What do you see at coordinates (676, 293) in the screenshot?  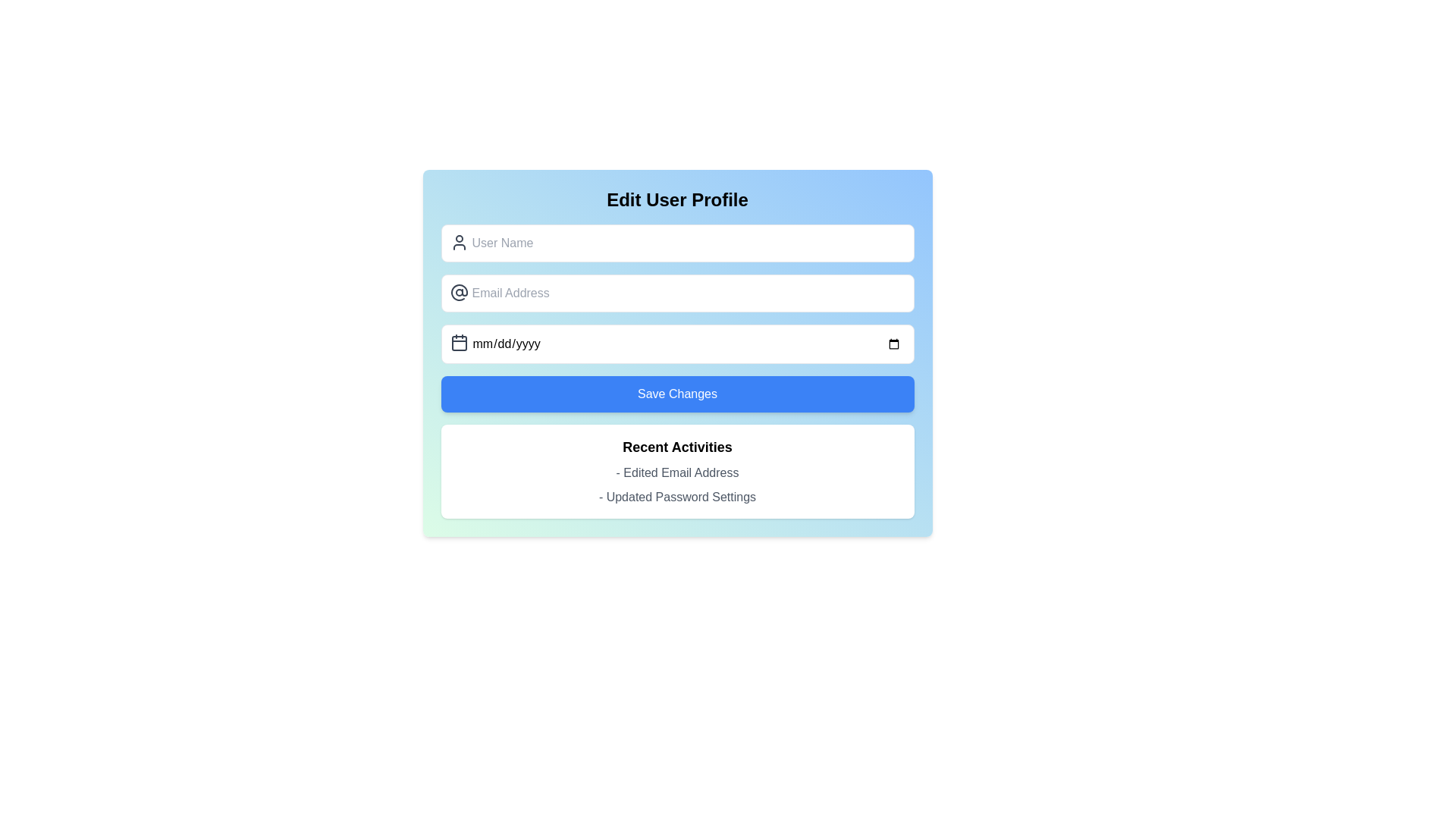 I see `the Email input field in the 'Edit User Profile' form` at bounding box center [676, 293].